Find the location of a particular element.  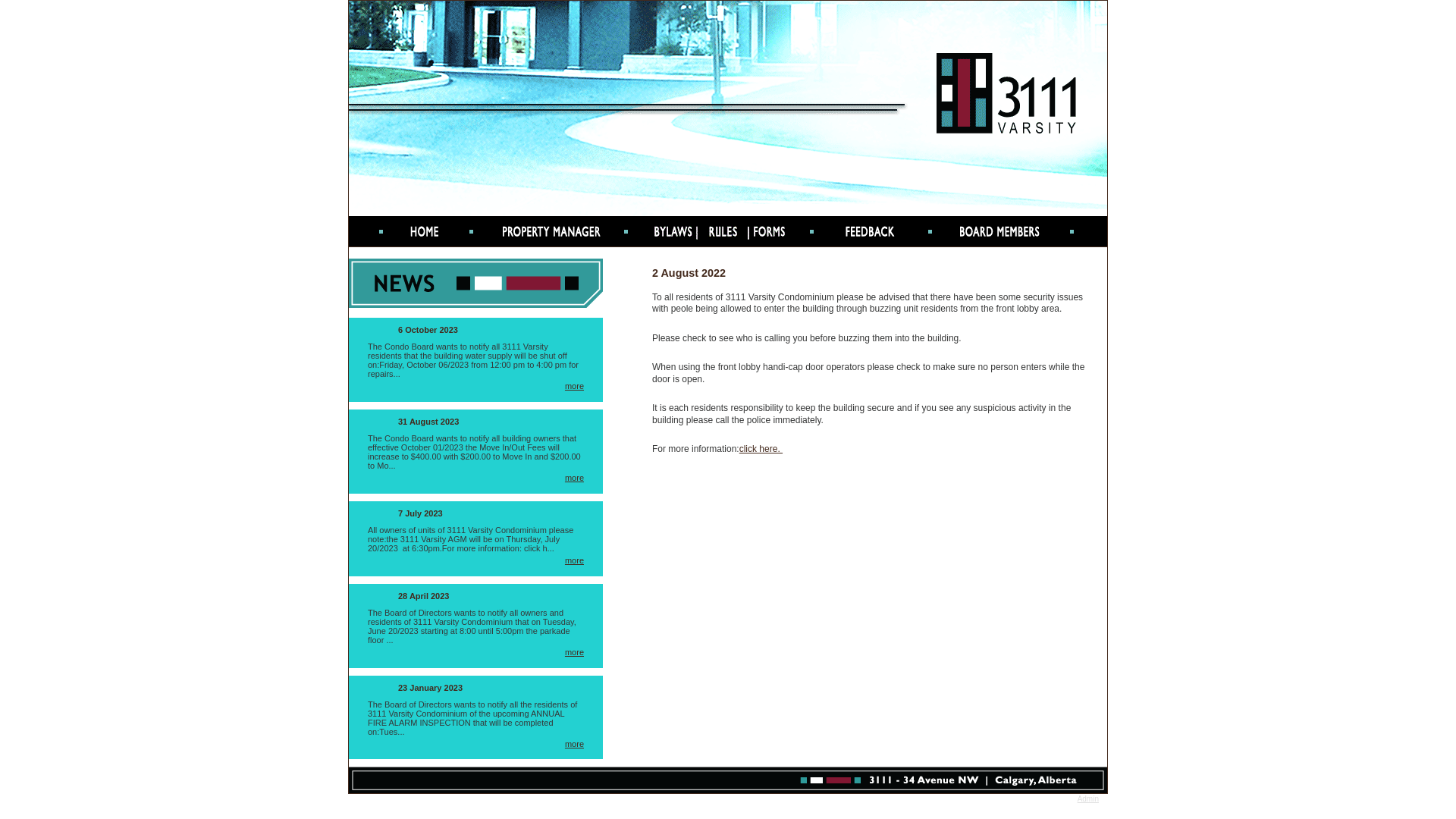

'more' is located at coordinates (573, 742).